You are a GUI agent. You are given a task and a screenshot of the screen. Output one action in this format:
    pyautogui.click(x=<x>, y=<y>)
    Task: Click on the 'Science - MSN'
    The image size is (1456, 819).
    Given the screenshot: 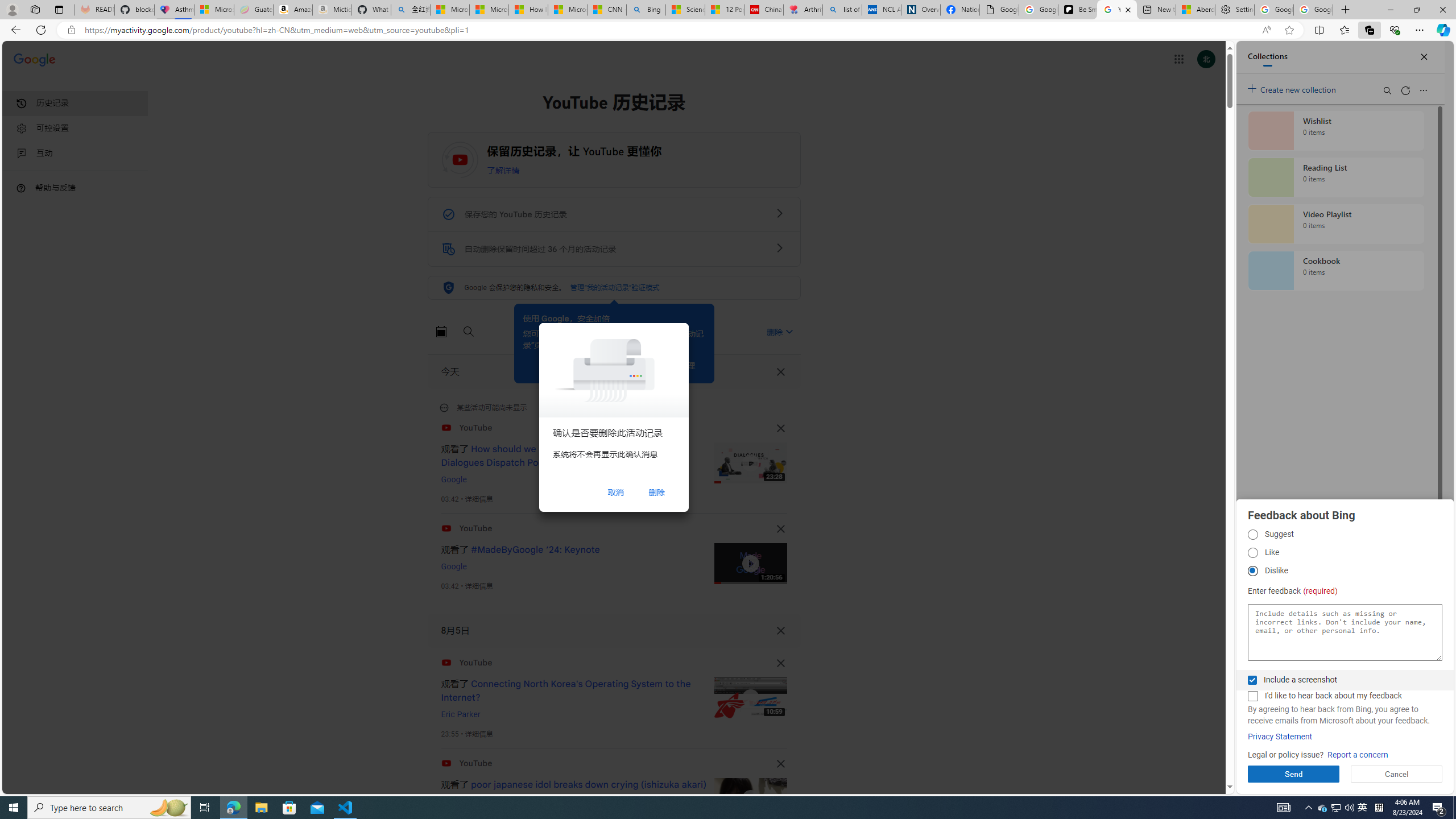 What is the action you would take?
    pyautogui.click(x=685, y=9)
    